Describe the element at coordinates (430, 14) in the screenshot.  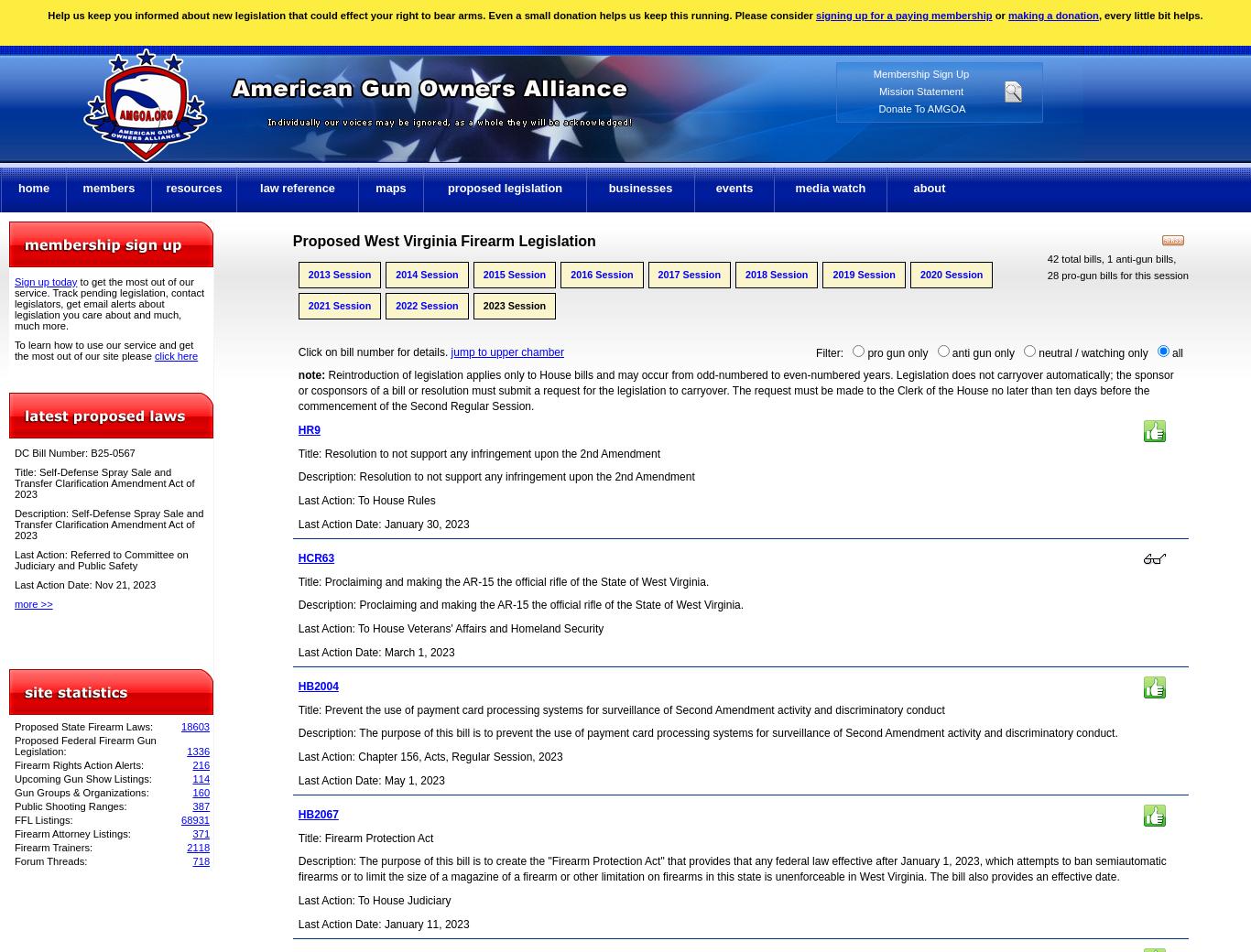
I see `'Help us keep you informed about new legislation that could effect your right to bear arms. Even a small donation helps us keep this running. Please consider'` at that location.